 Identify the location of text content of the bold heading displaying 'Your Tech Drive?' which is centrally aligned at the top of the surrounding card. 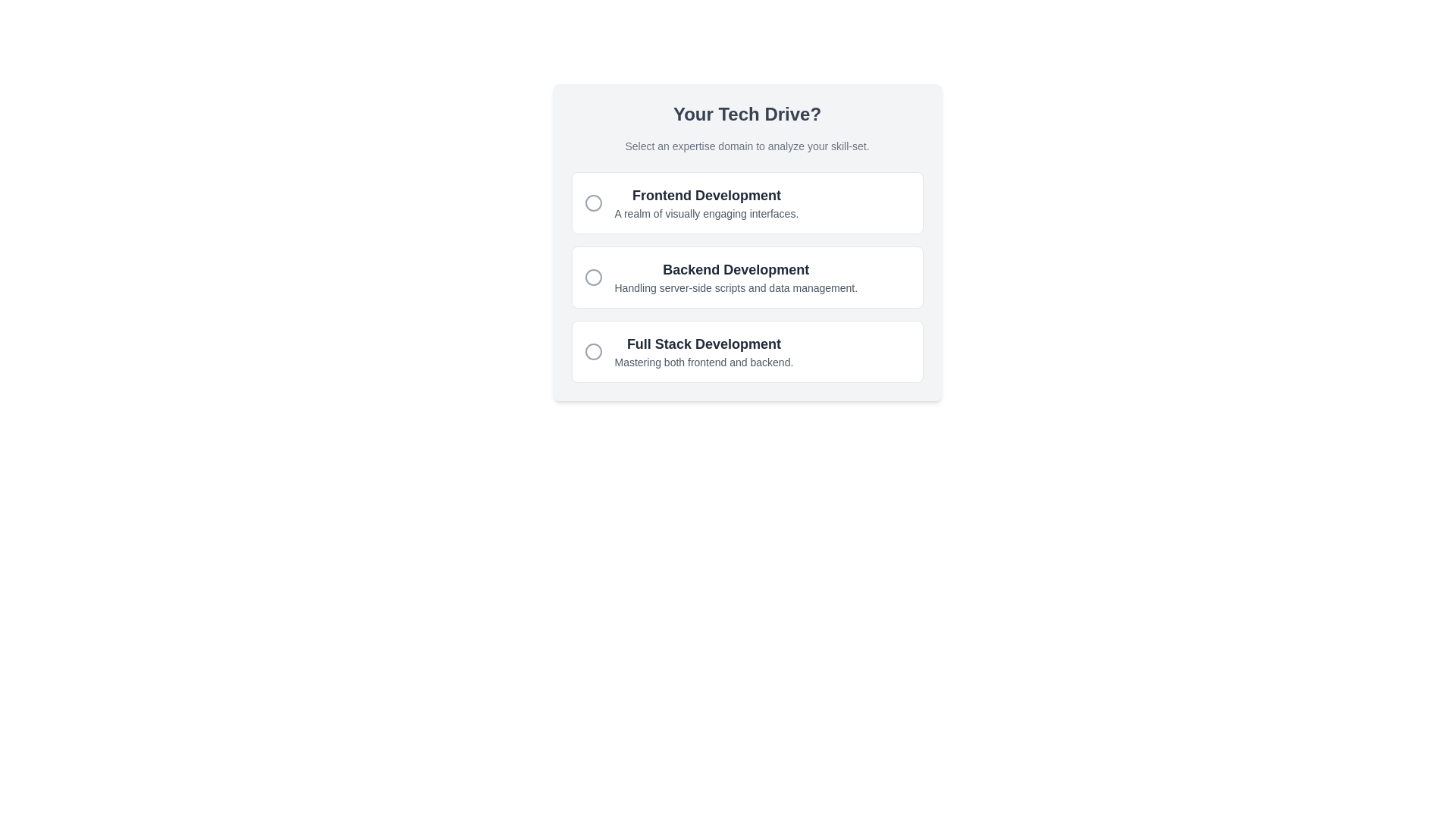
(747, 113).